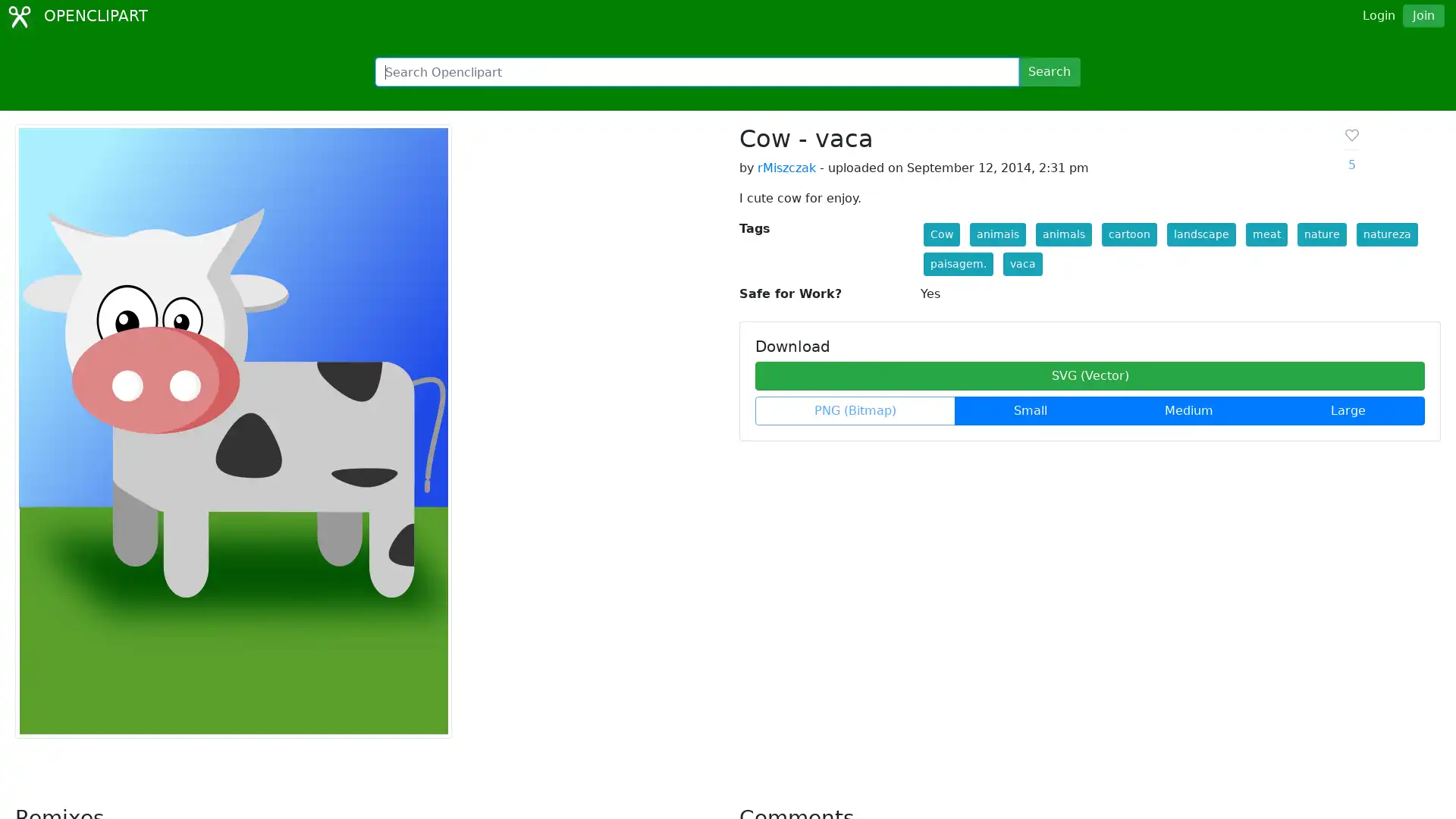 The image size is (1456, 819). What do you see at coordinates (1030, 411) in the screenshot?
I see `Small` at bounding box center [1030, 411].